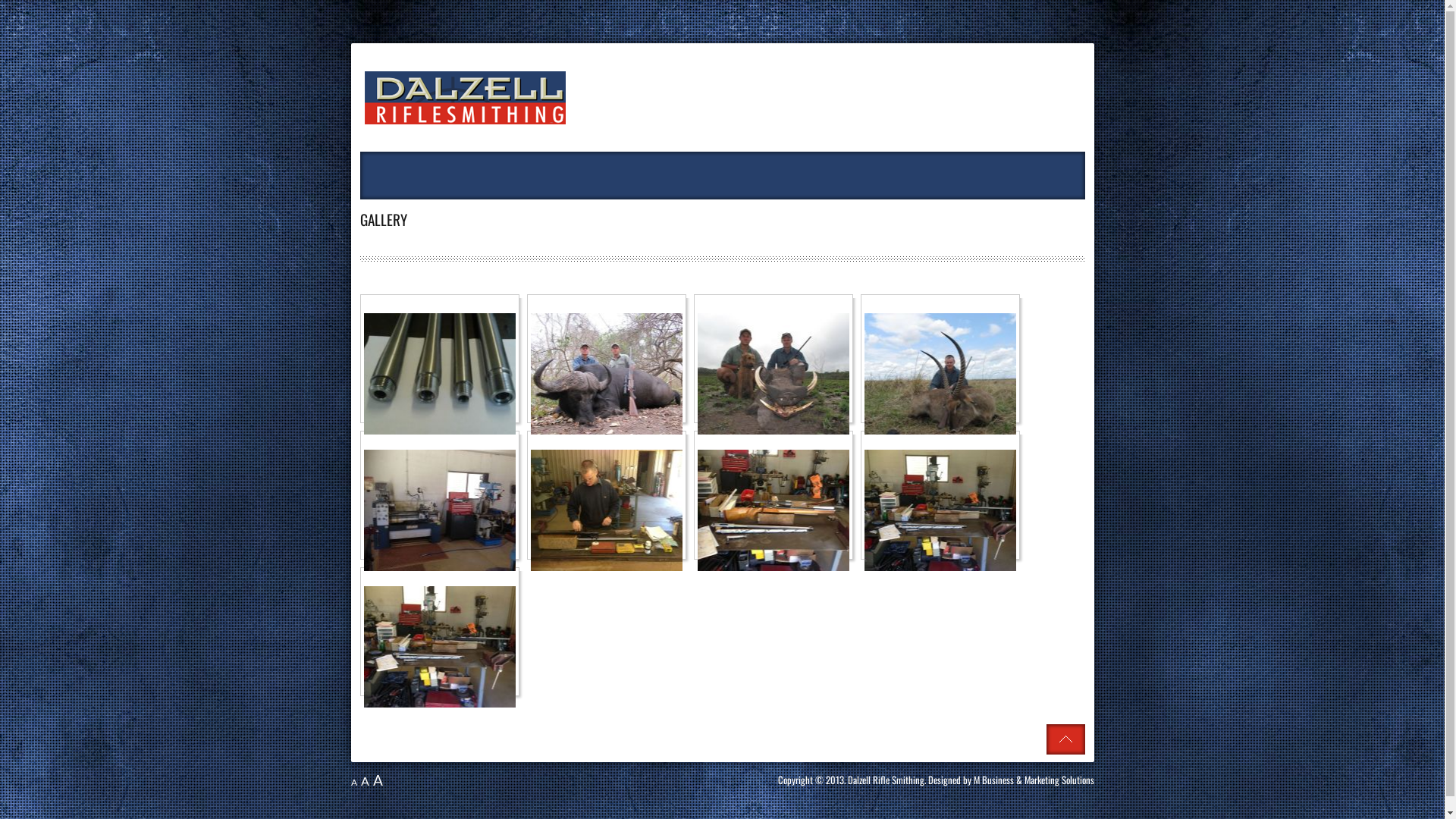 This screenshot has height=819, width=1456. What do you see at coordinates (365, 780) in the screenshot?
I see `'A'` at bounding box center [365, 780].